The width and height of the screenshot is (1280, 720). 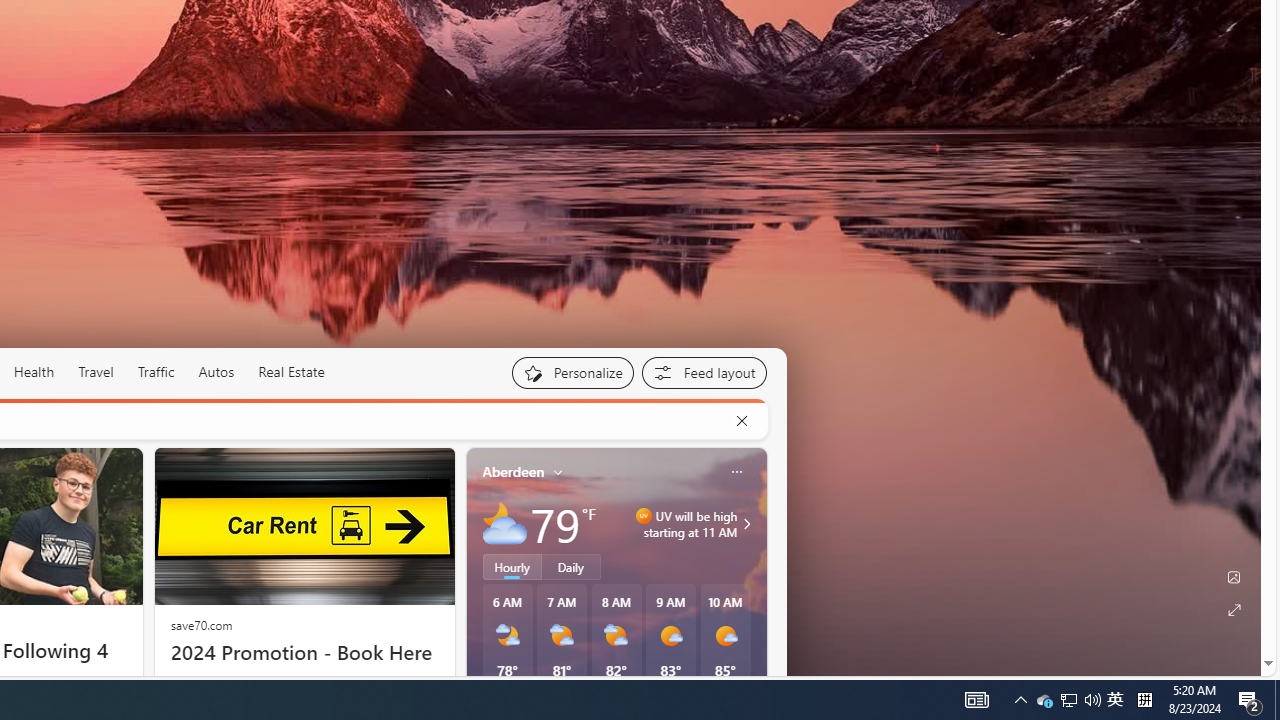 What do you see at coordinates (570, 567) in the screenshot?
I see `'Daily'` at bounding box center [570, 567].